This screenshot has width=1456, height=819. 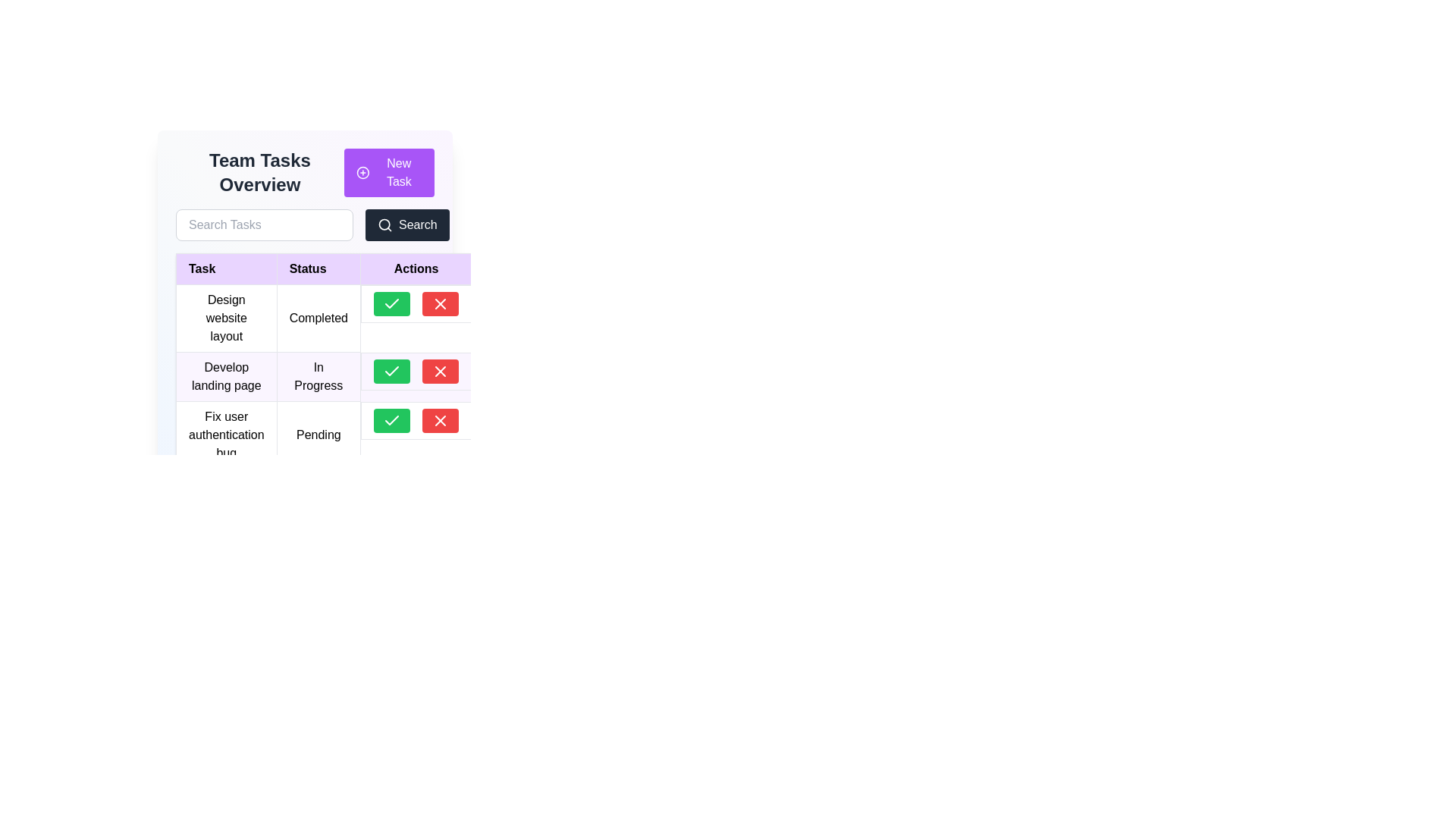 I want to click on the state of the checkmark icon within the green button in the 'Actions' column corresponding to the task titled 'Design website layout.', so click(x=392, y=303).